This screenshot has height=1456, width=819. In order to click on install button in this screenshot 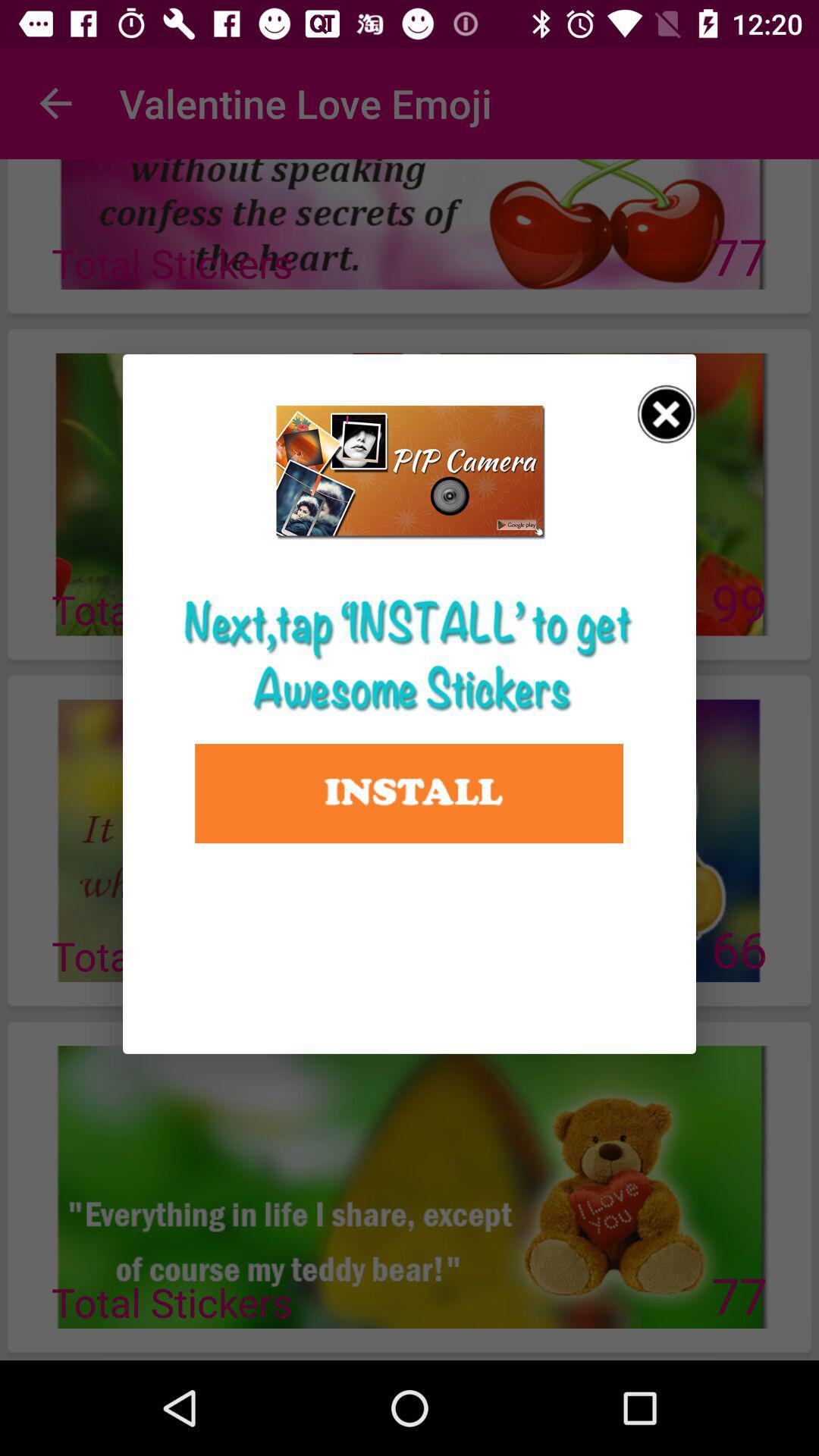, I will do `click(408, 792)`.